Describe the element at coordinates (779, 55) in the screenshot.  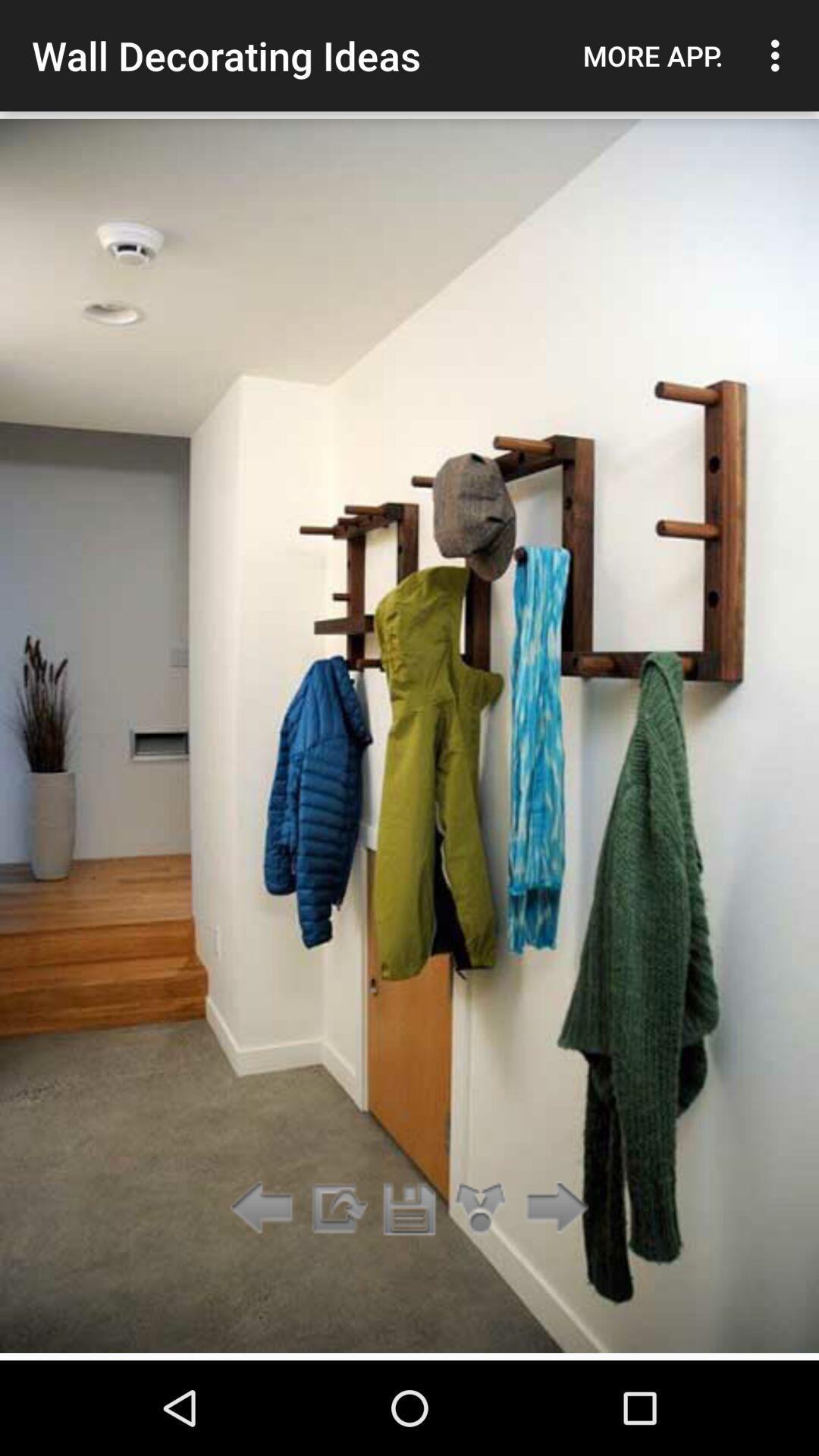
I see `the item next to more app. icon` at that location.